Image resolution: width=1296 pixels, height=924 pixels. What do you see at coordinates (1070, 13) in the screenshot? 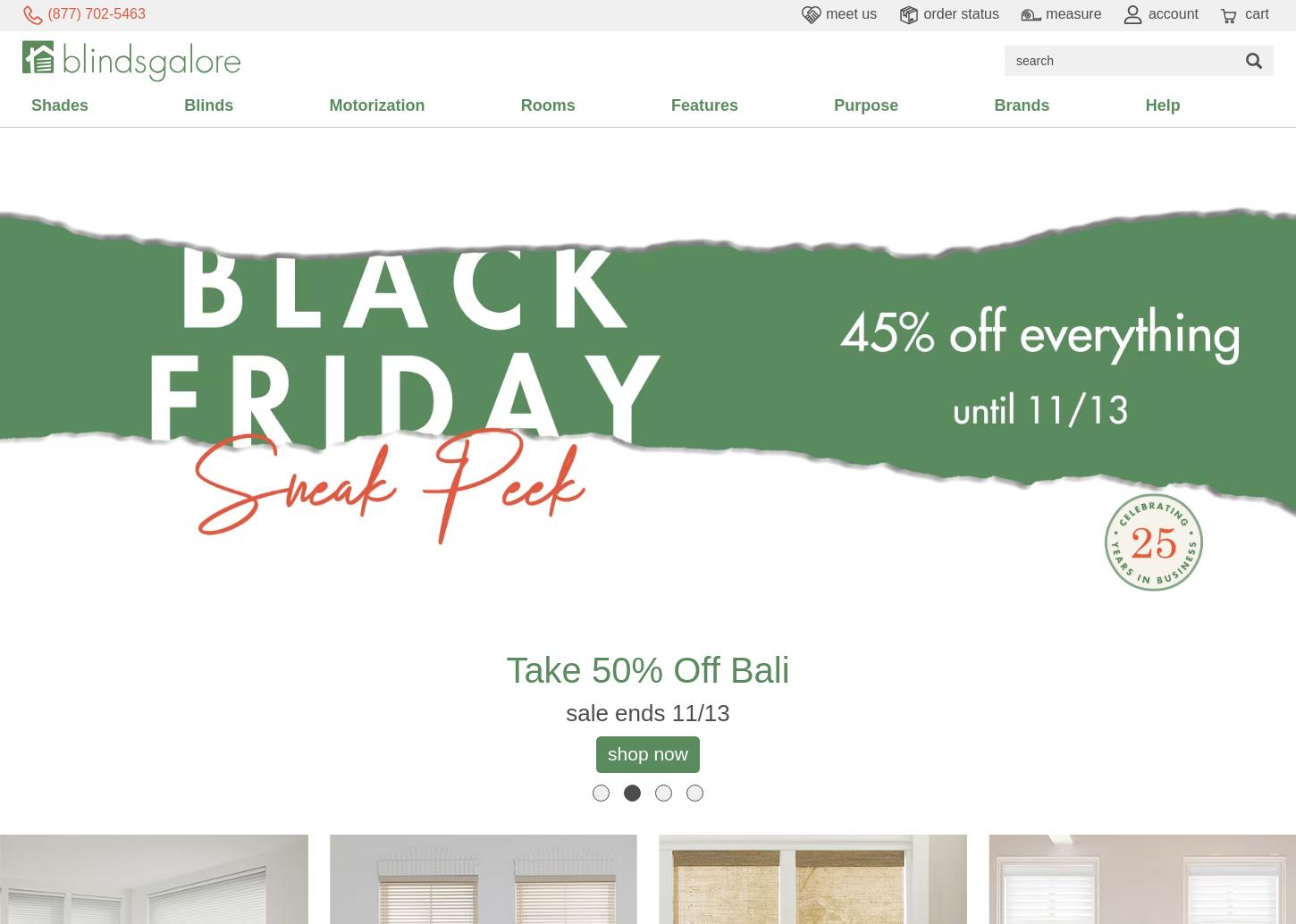
I see `'measure'` at bounding box center [1070, 13].